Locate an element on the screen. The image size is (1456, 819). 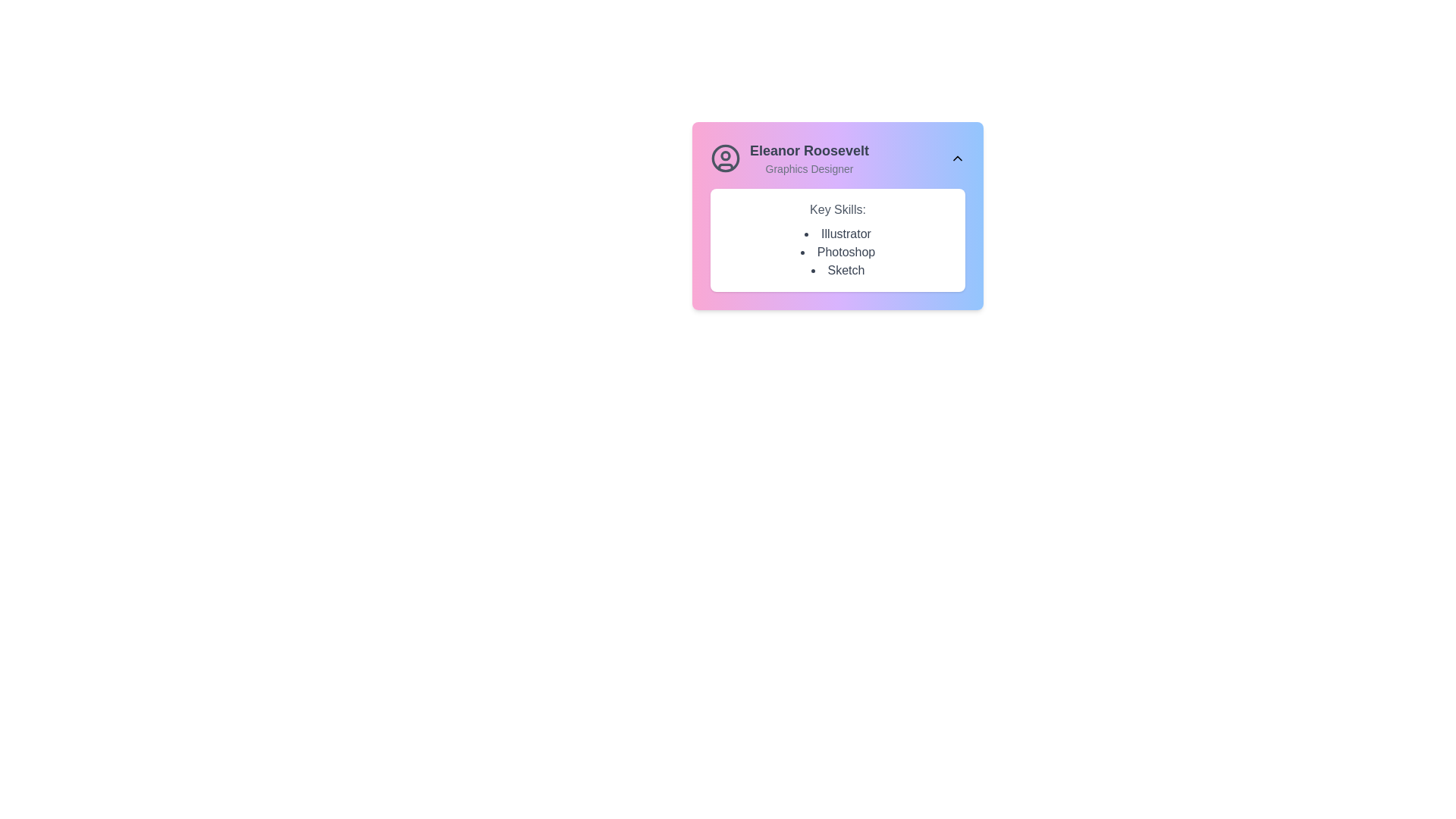
the bulleted list containing 'Illustrator', 'Photoshop', and 'Sketch' which is located under the heading 'Key Skills:' in a white rounded box is located at coordinates (836, 251).